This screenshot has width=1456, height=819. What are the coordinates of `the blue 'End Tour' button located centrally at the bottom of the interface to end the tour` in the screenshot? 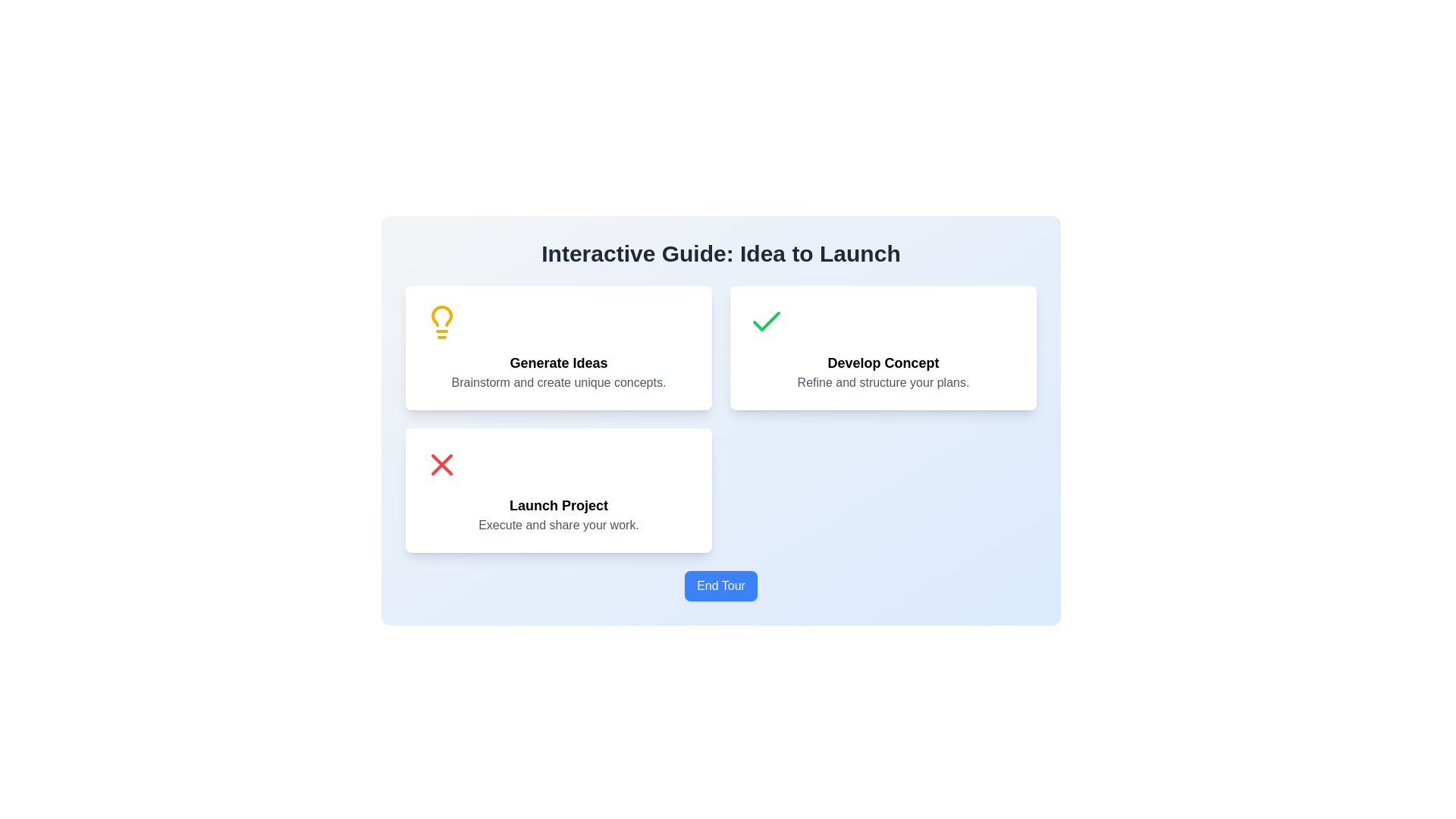 It's located at (720, 585).